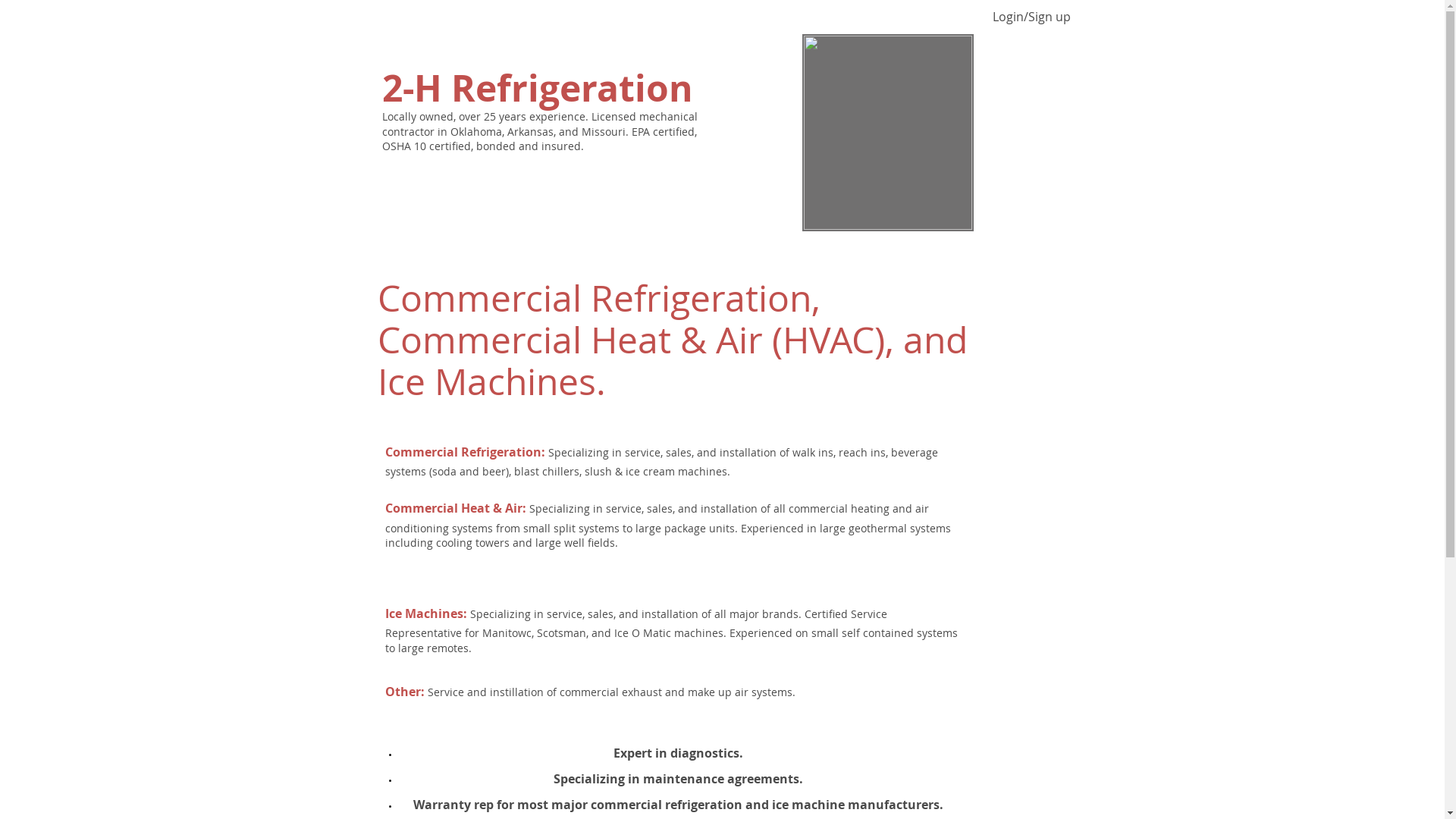 Image resolution: width=1456 pixels, height=819 pixels. Describe the element at coordinates (984, 17) in the screenshot. I see `'Login/Sign up'` at that location.